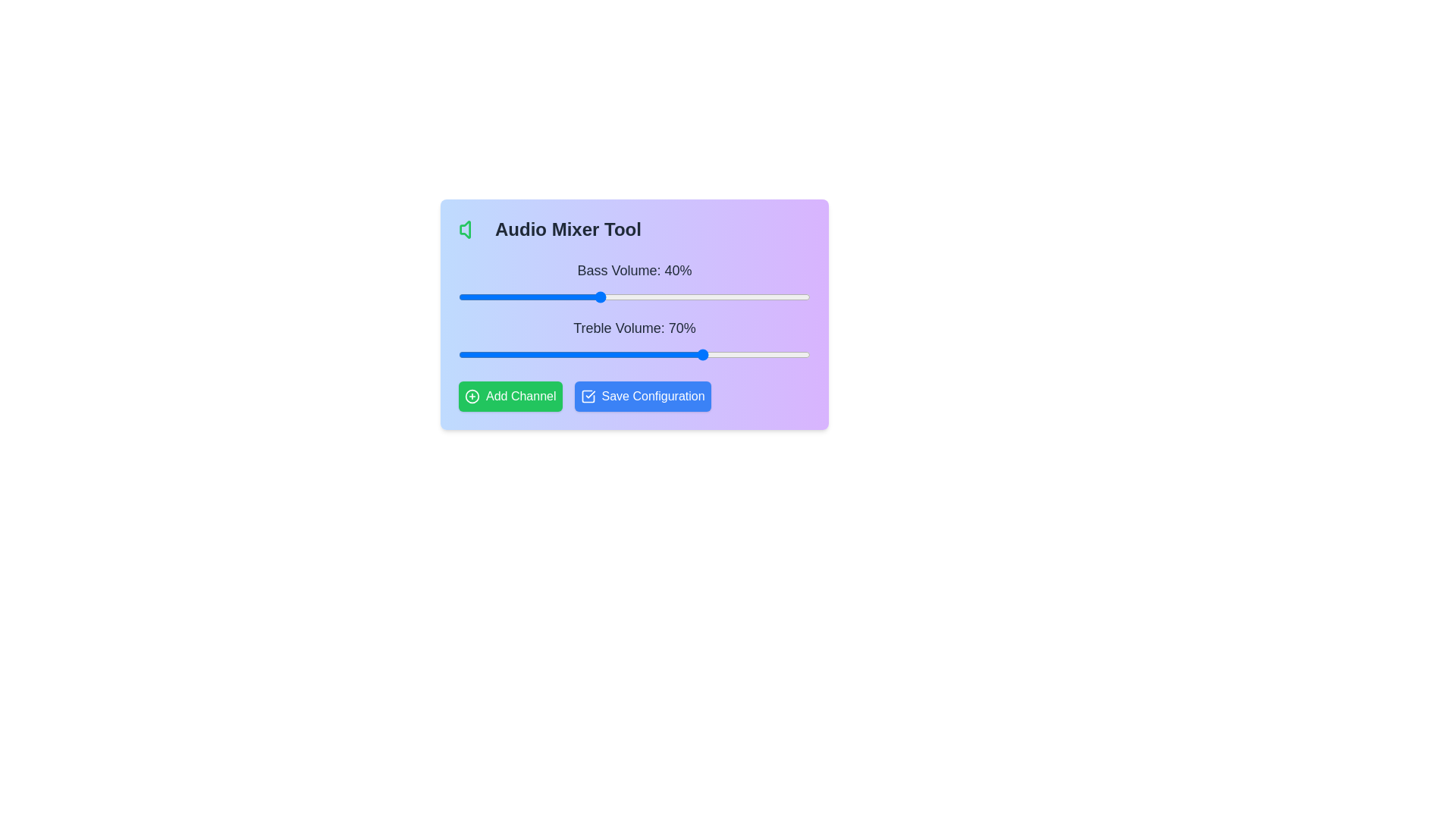 Image resolution: width=1456 pixels, height=819 pixels. I want to click on treble volume, so click(786, 354).